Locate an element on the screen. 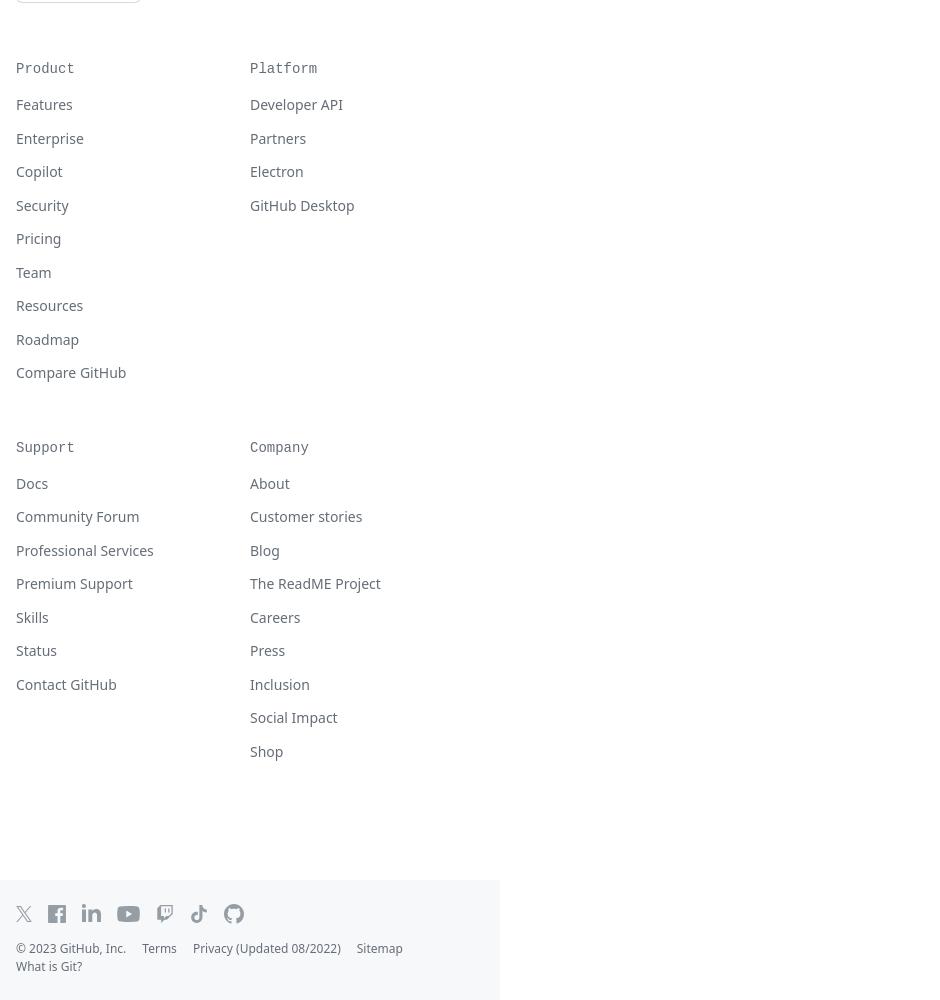 The width and height of the screenshot is (940, 1000). 'Updated 08/2022' is located at coordinates (287, 947).